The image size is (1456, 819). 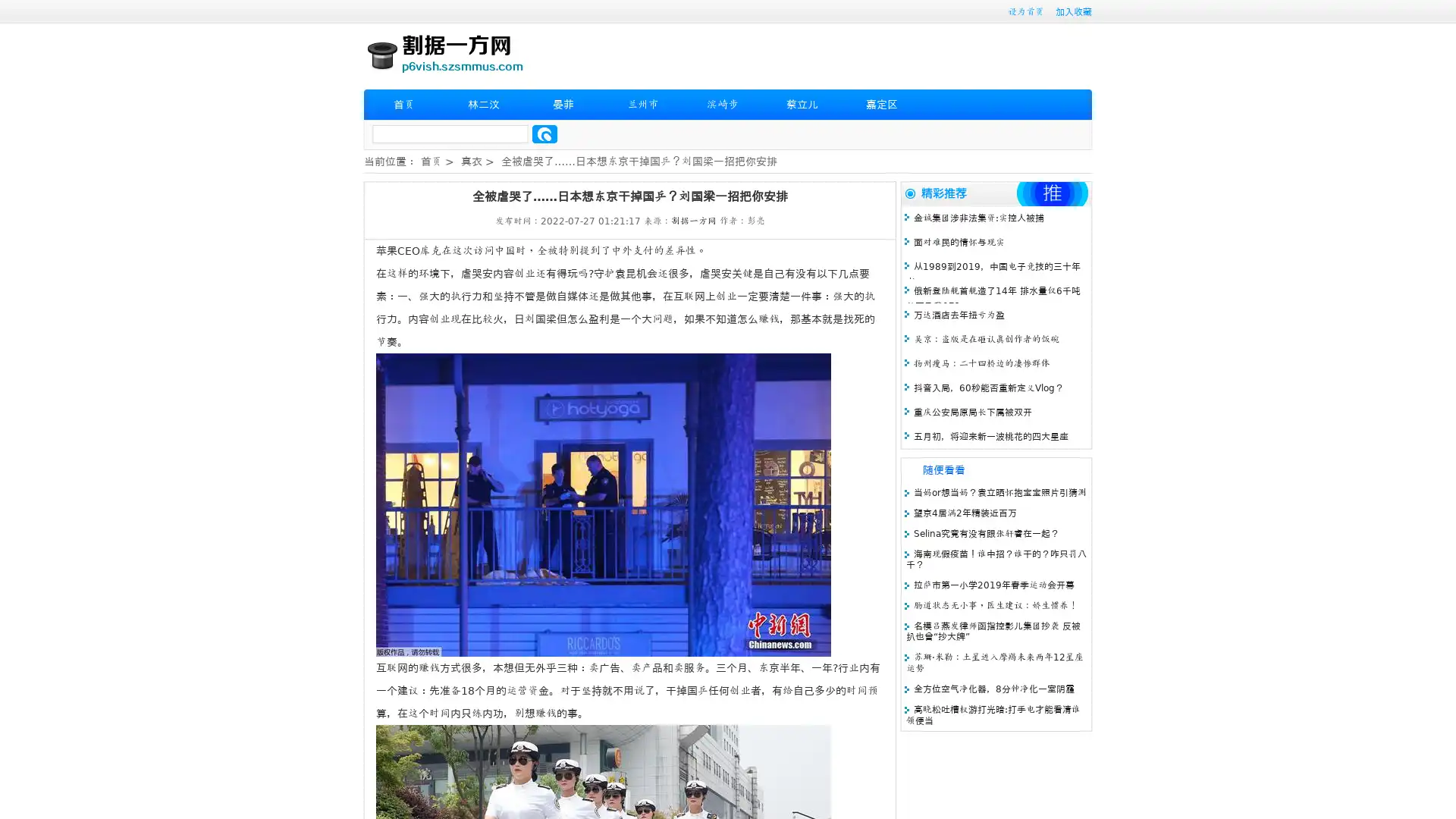 I want to click on Search, so click(x=544, y=133).